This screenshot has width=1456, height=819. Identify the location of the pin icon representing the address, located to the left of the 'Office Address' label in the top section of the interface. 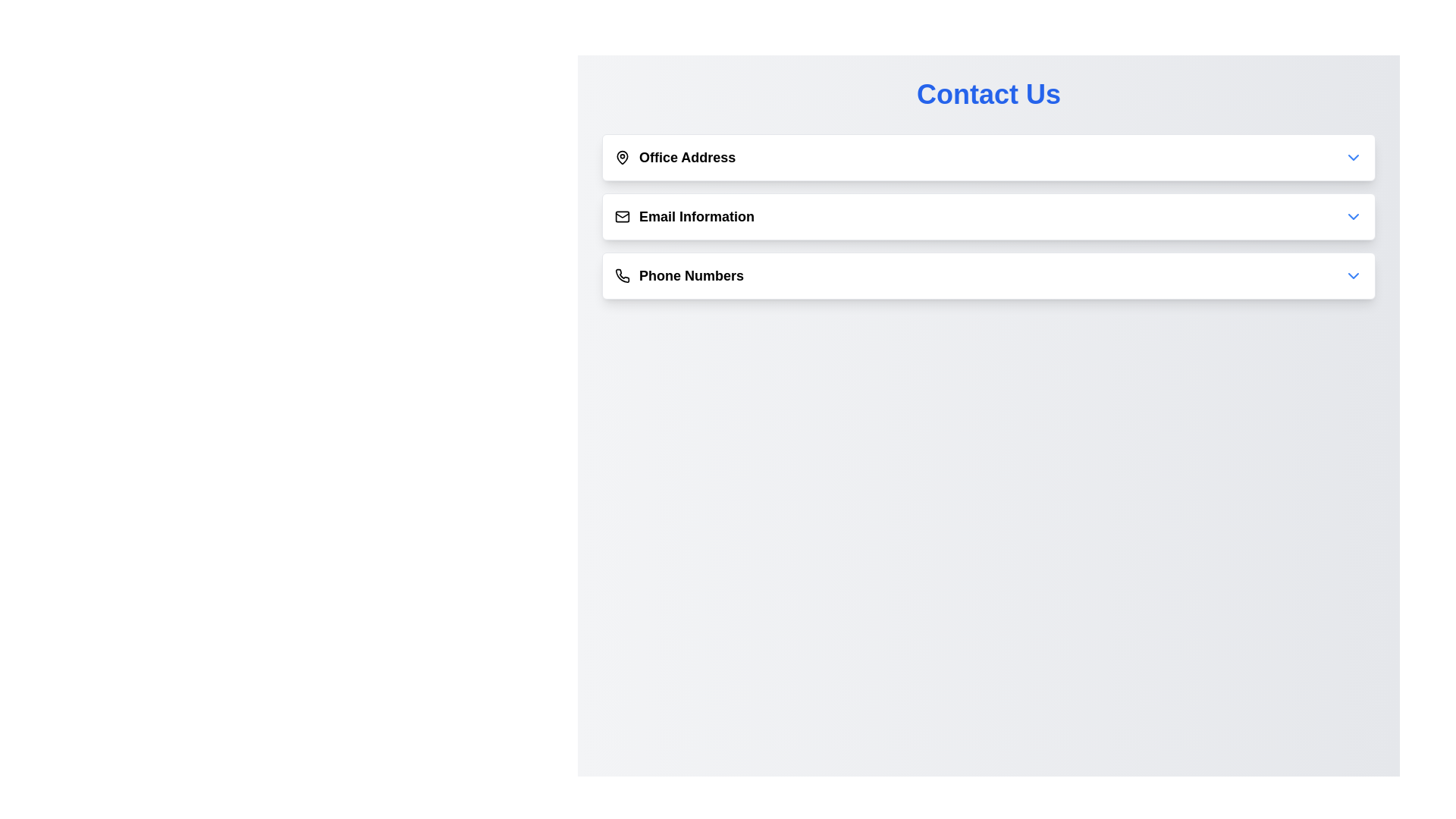
(622, 157).